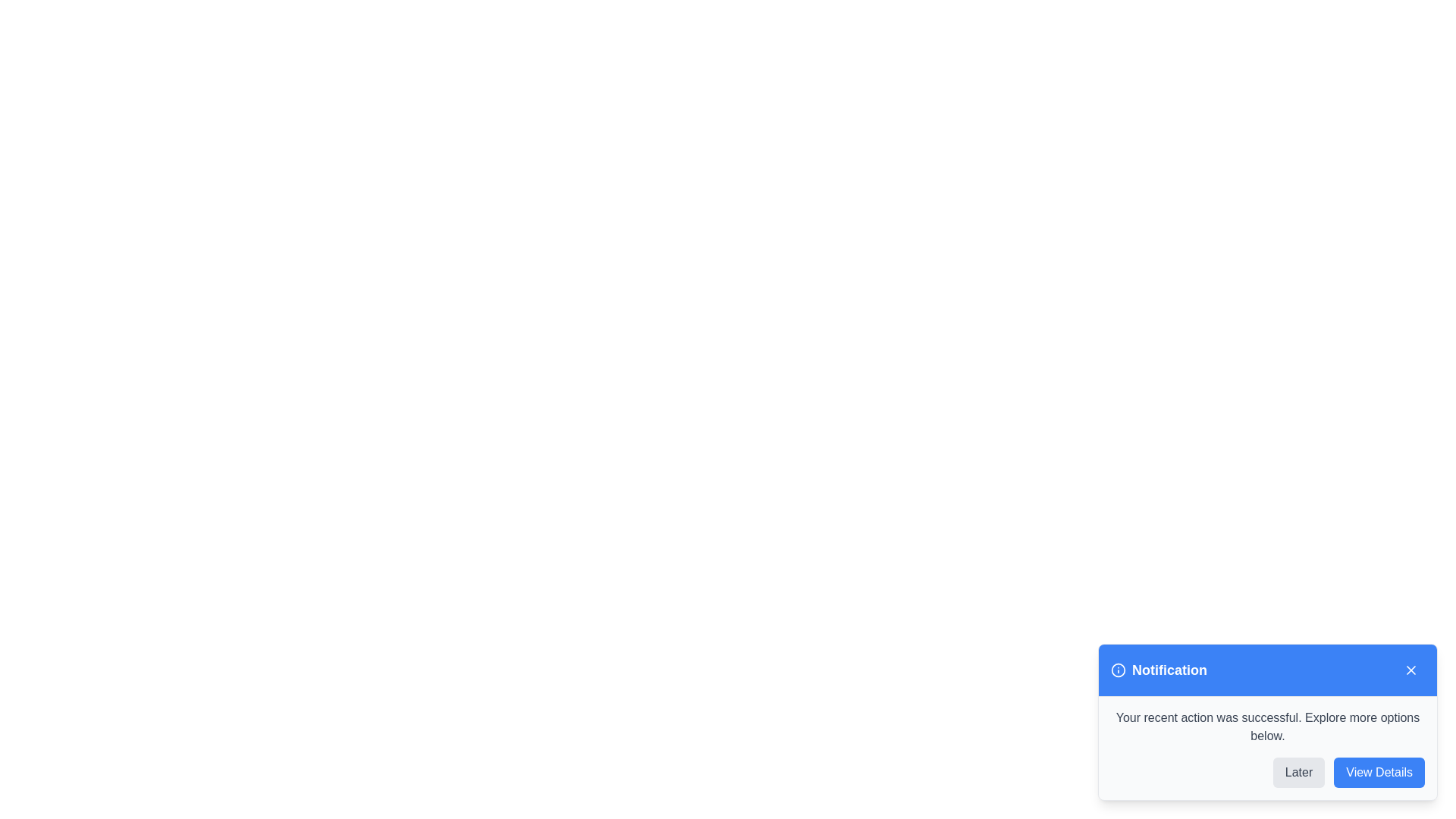  Describe the element at coordinates (1267, 748) in the screenshot. I see `the 'View Details' button in the Notification Message Box to proceed with more information` at that location.